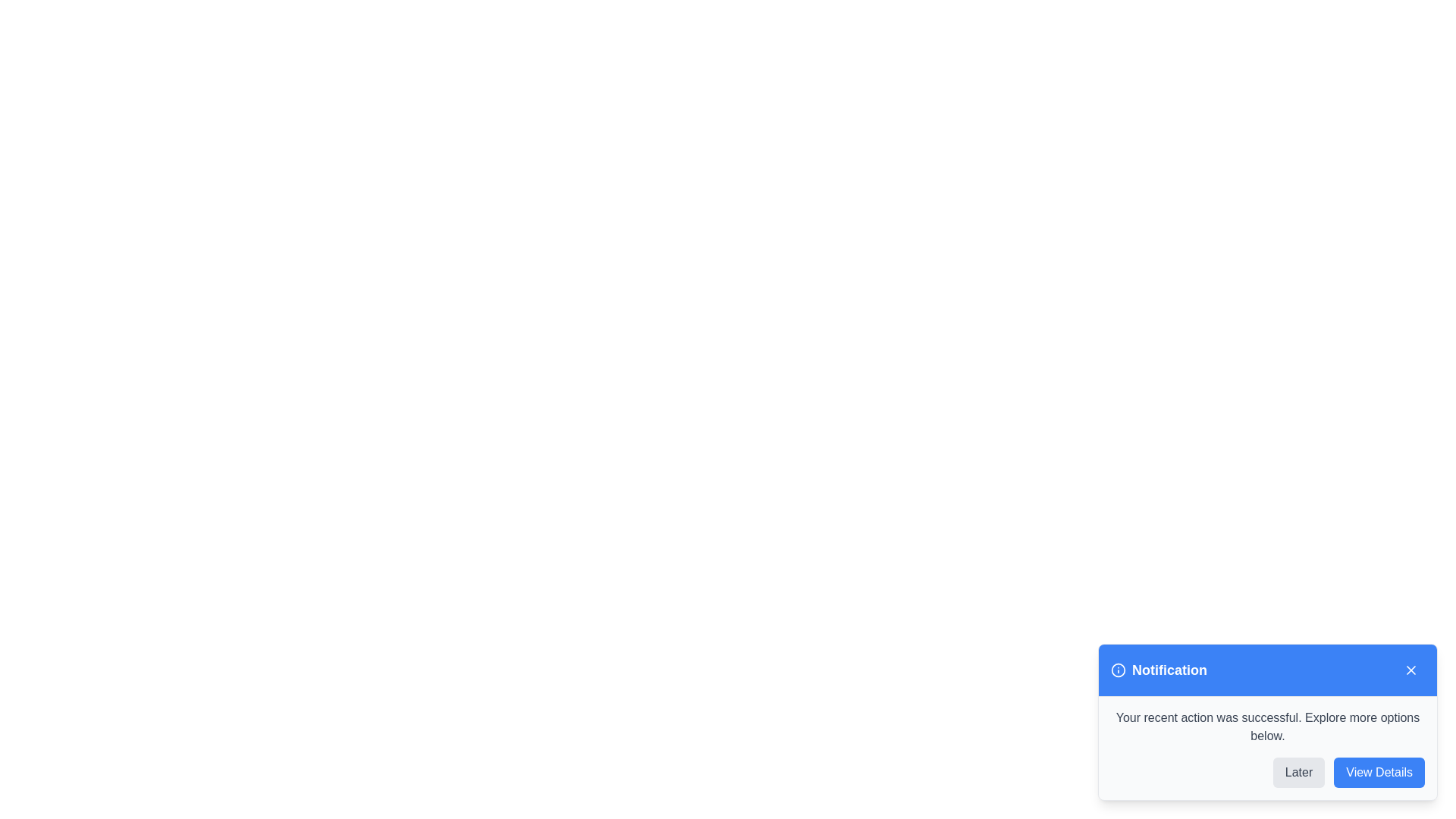  Describe the element at coordinates (1267, 748) in the screenshot. I see `the 'View Details' button in the Notification Message Box to proceed with more information` at that location.